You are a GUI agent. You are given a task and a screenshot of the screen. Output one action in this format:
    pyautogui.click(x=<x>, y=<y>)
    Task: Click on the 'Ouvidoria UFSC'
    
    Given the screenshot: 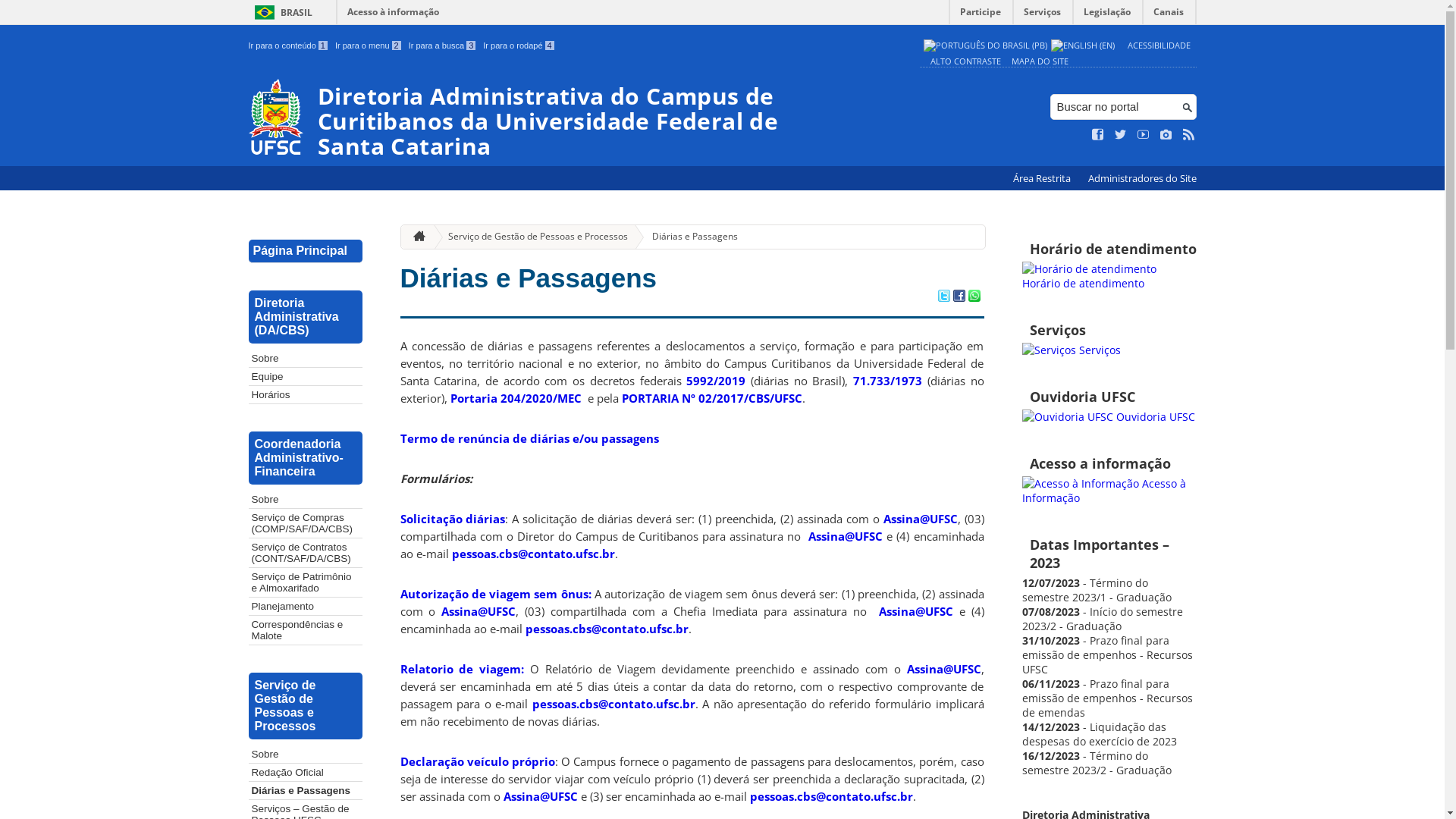 What is the action you would take?
    pyautogui.click(x=1109, y=416)
    